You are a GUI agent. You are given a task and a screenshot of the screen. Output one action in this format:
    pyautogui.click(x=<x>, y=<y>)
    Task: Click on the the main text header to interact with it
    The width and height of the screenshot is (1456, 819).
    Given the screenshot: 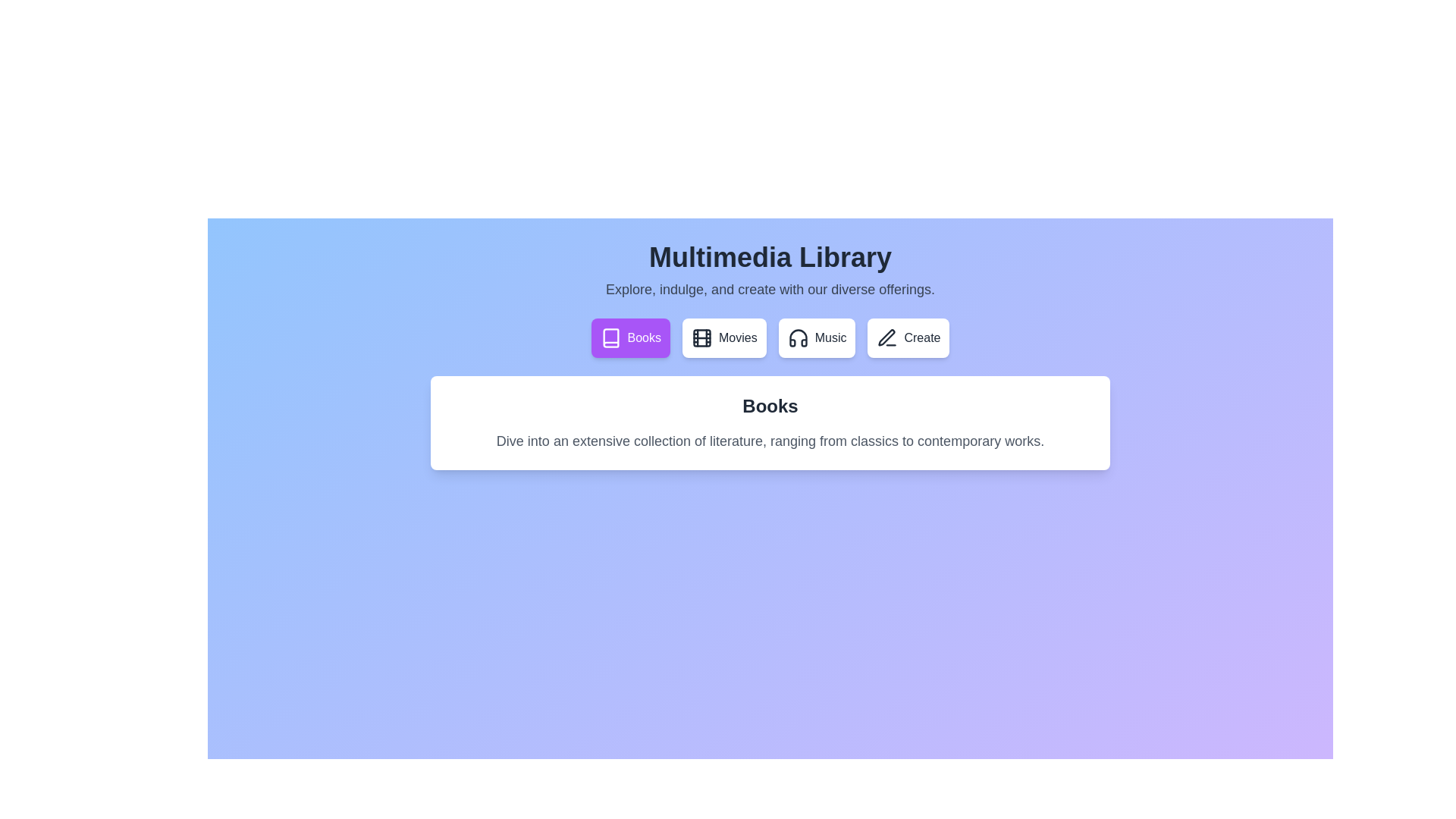 What is the action you would take?
    pyautogui.click(x=770, y=256)
    